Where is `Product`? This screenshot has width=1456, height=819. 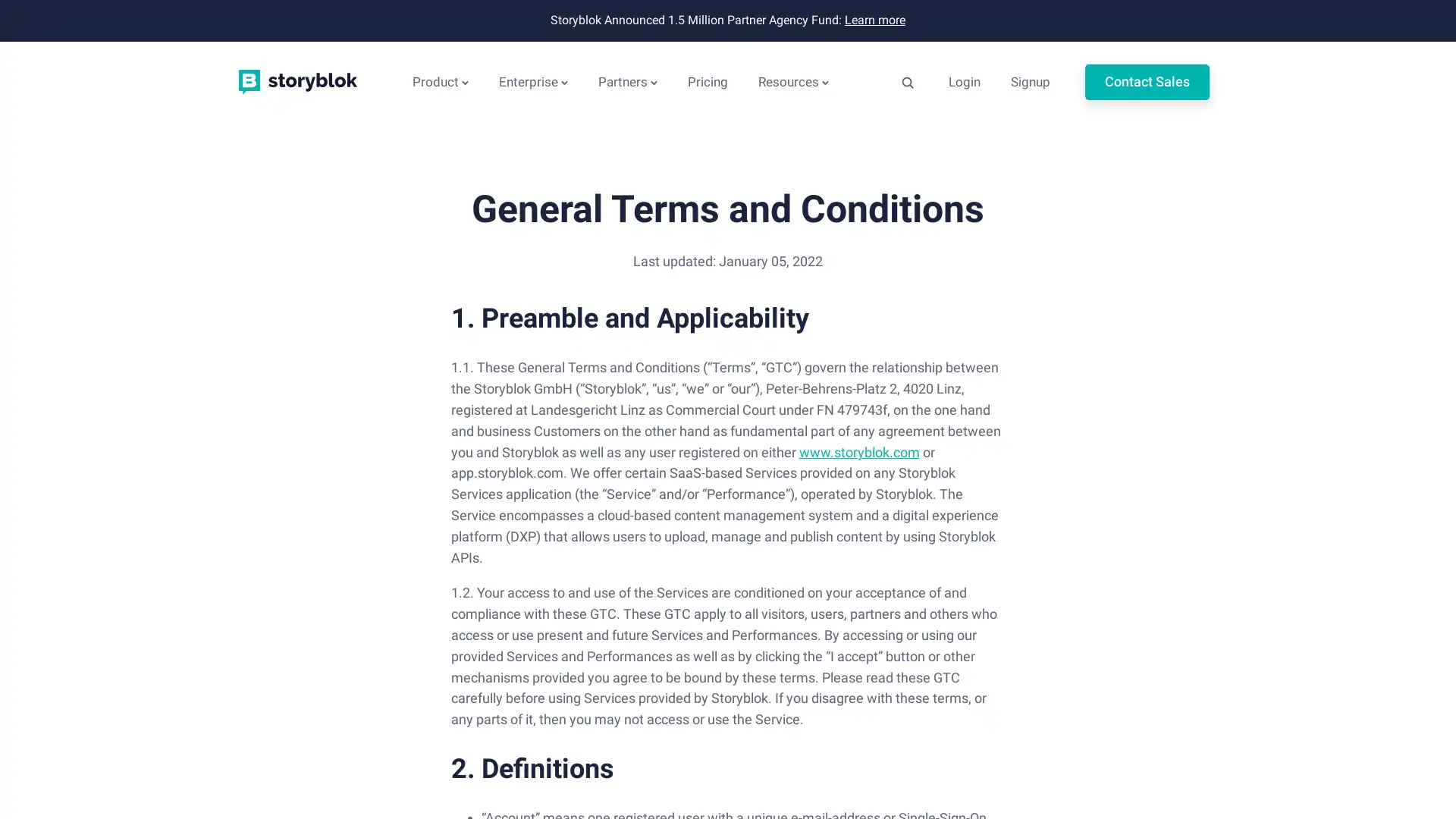 Product is located at coordinates (439, 82).